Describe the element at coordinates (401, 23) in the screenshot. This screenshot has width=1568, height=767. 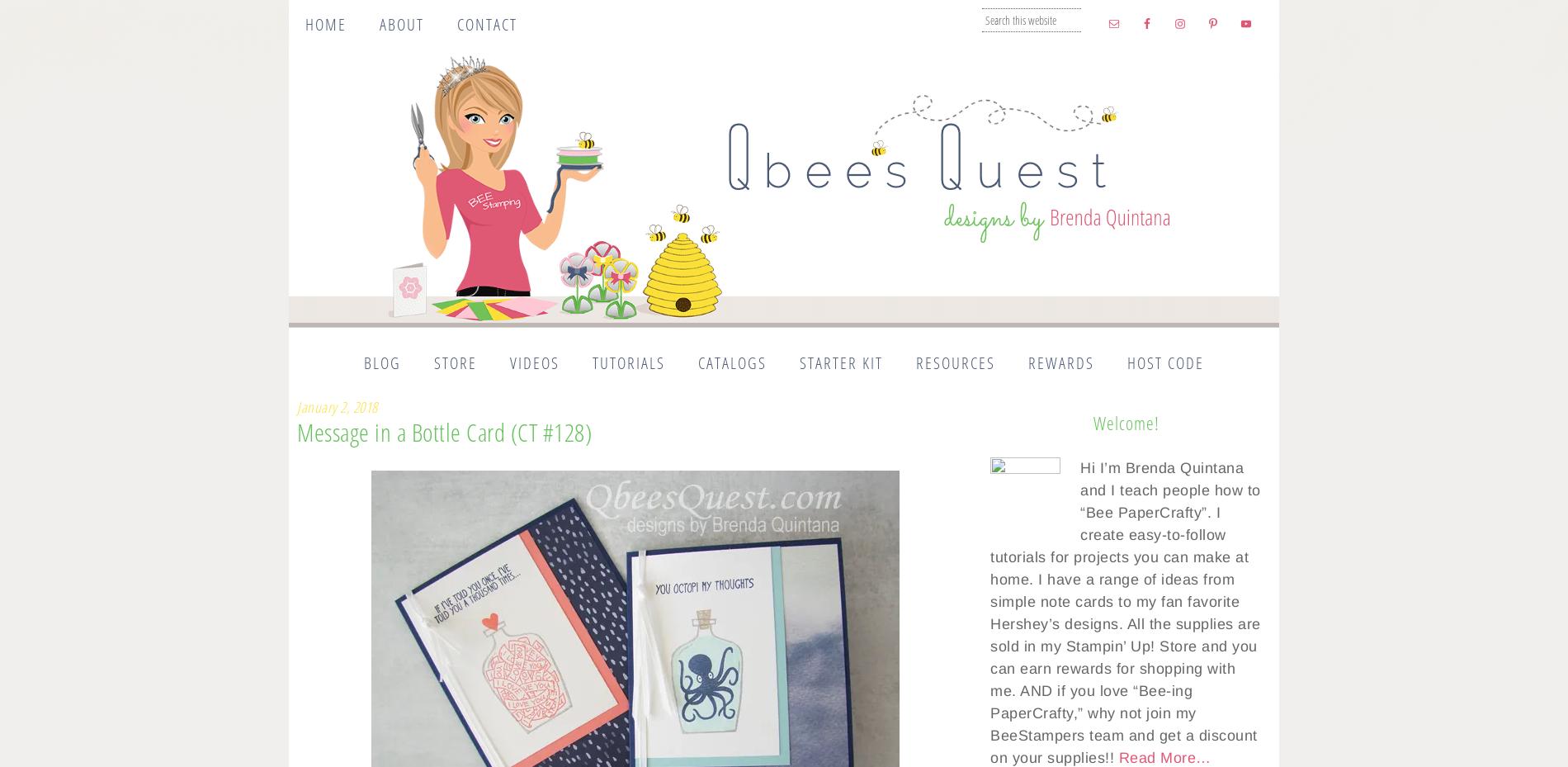
I see `'About'` at that location.